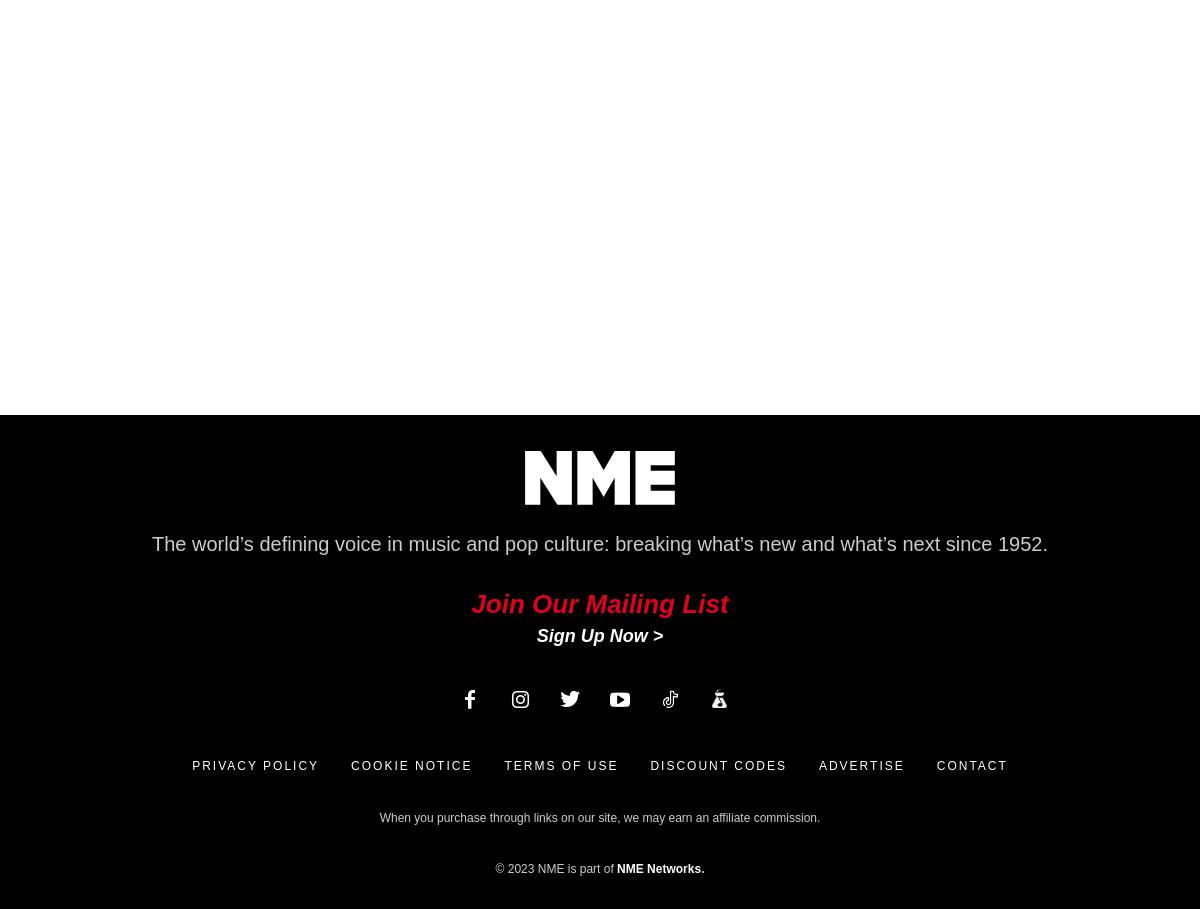  What do you see at coordinates (860, 765) in the screenshot?
I see `'Advertise'` at bounding box center [860, 765].